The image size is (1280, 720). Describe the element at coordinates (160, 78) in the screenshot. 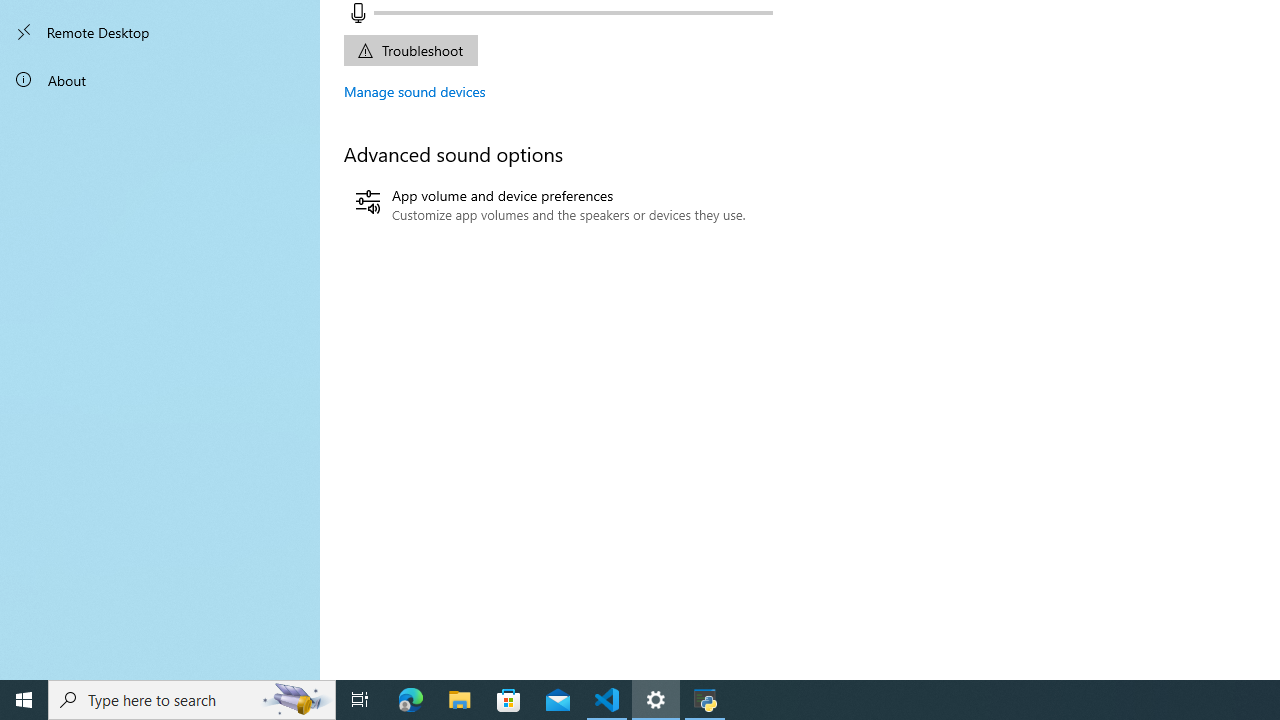

I see `'About'` at that location.